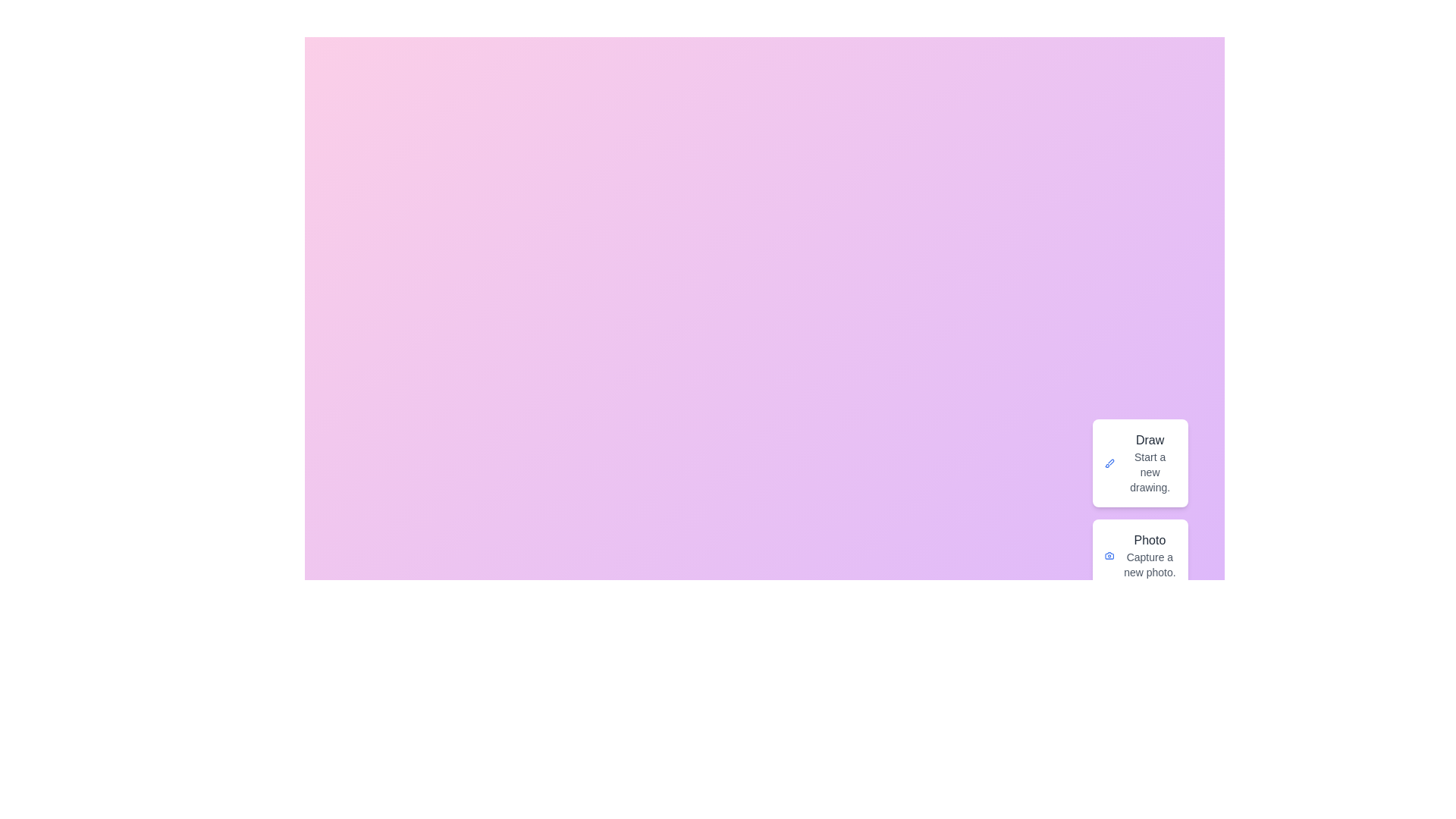  What do you see at coordinates (1169, 800) in the screenshot?
I see `the main floating action button to toggle the menu visibility` at bounding box center [1169, 800].